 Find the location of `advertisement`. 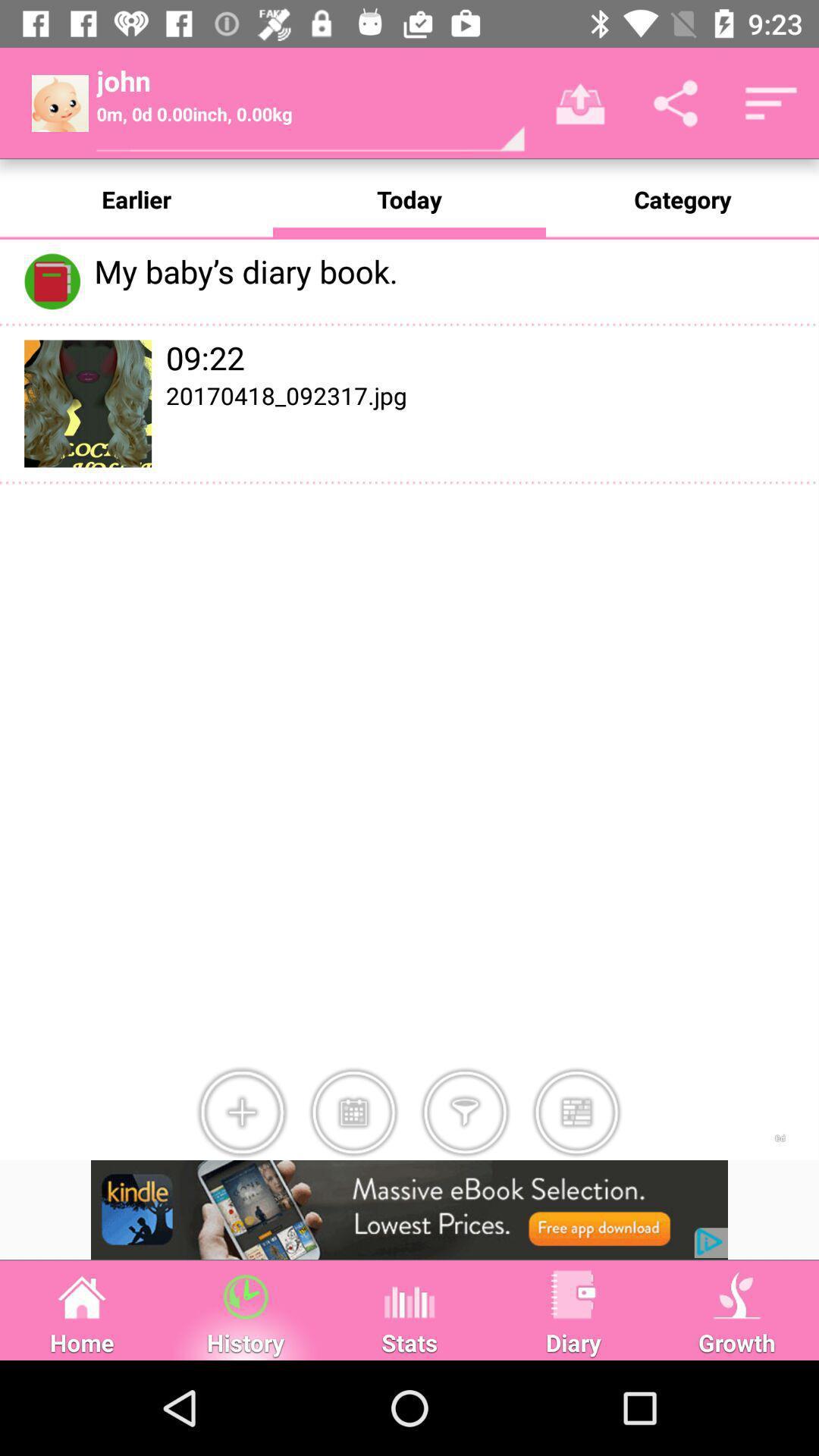

advertisement is located at coordinates (409, 1209).